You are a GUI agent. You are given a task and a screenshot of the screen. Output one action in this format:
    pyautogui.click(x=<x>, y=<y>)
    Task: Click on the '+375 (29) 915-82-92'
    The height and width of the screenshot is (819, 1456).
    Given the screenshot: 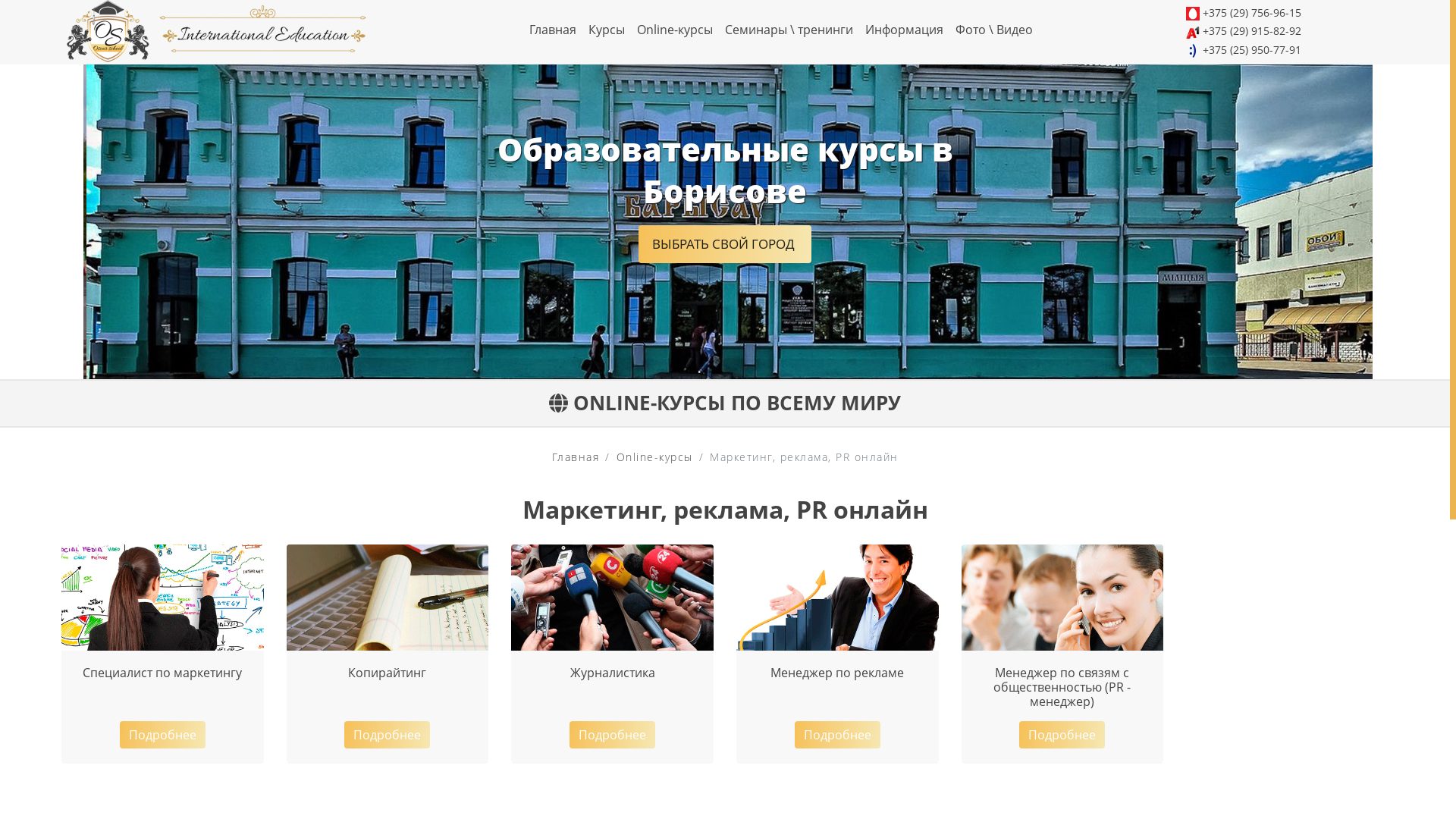 What is the action you would take?
    pyautogui.click(x=1252, y=30)
    